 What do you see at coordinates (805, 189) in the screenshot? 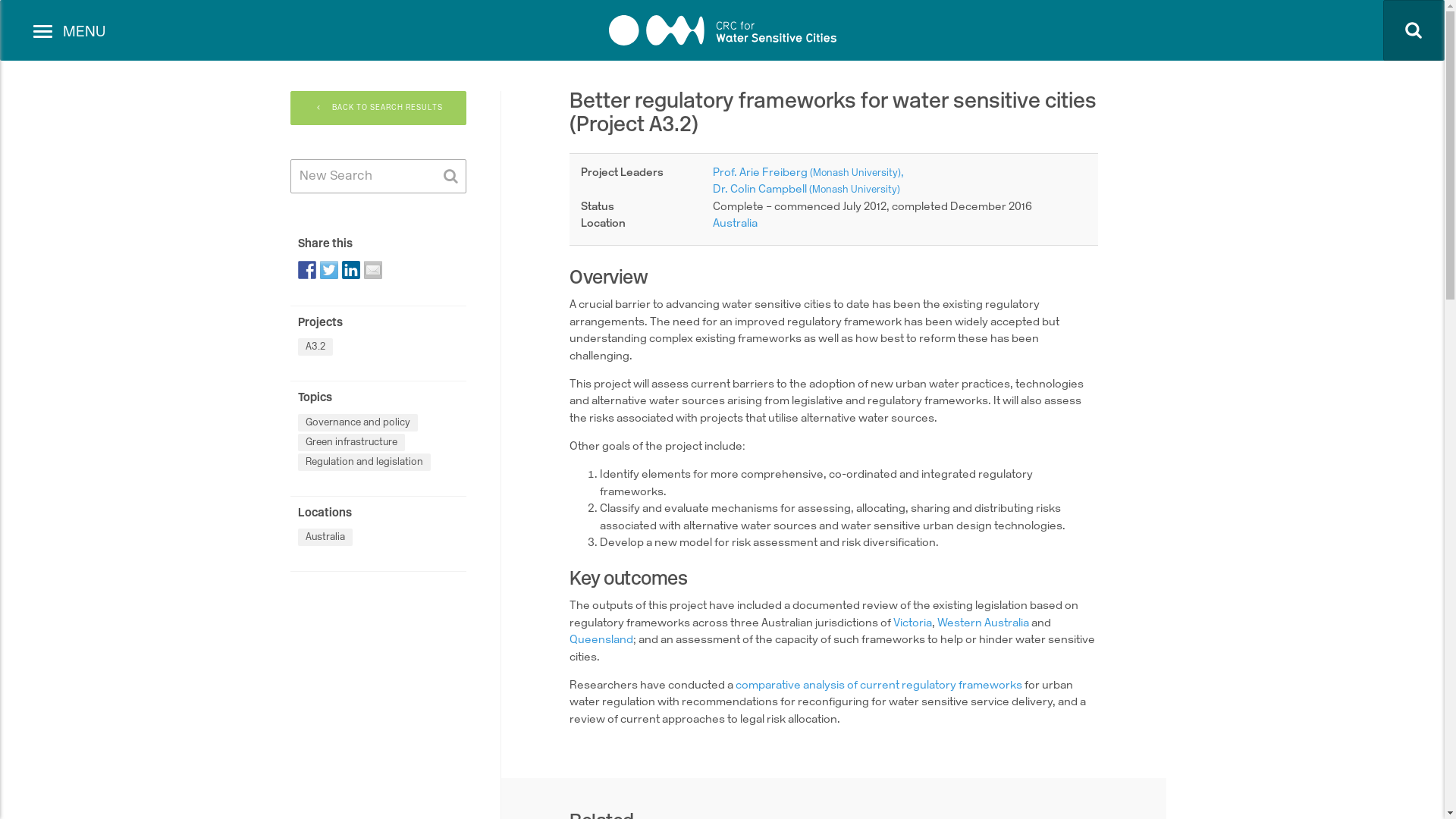
I see `'Dr. Colin Campbell (Monash University)'` at bounding box center [805, 189].